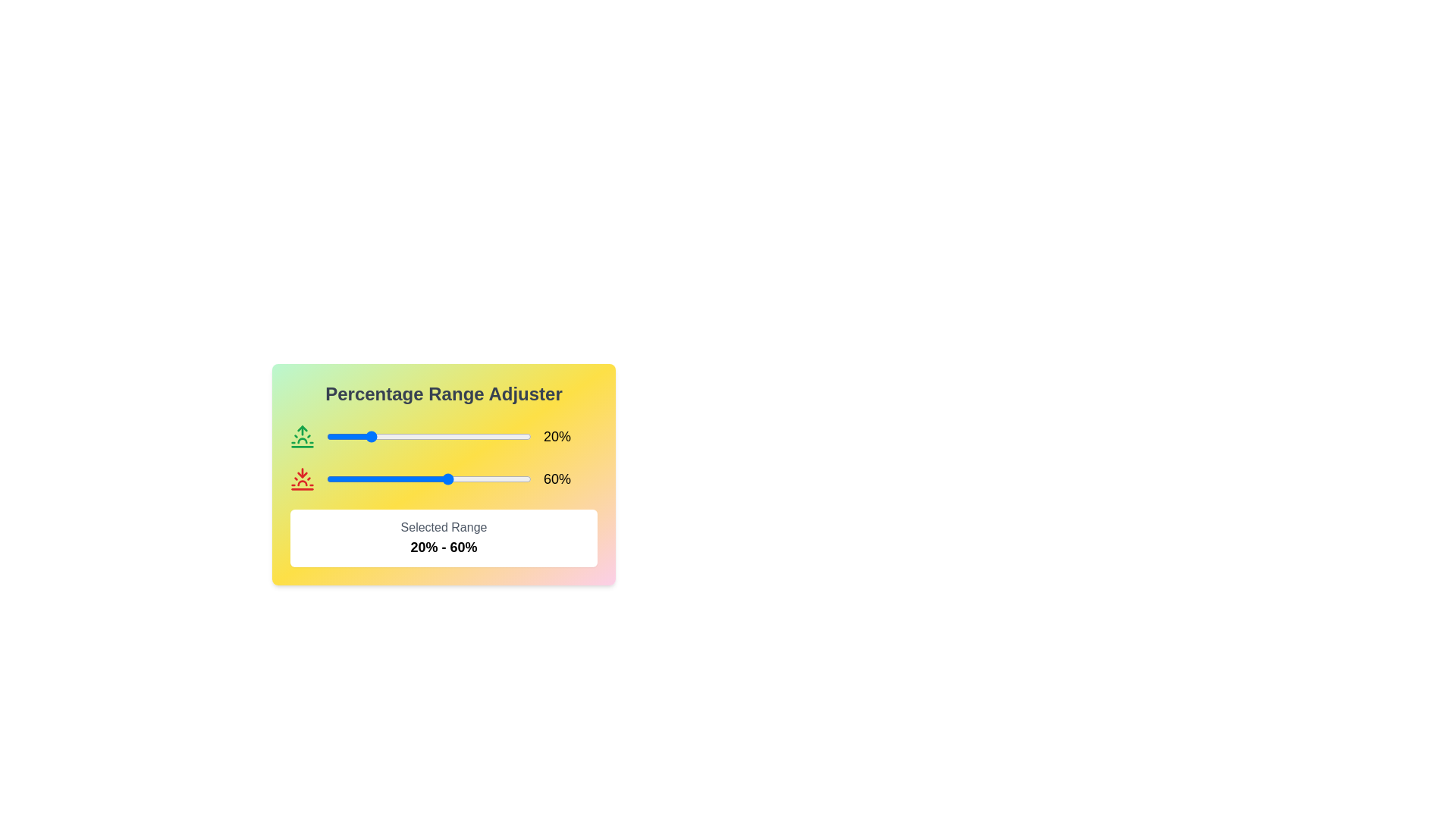 The height and width of the screenshot is (819, 1456). What do you see at coordinates (336, 436) in the screenshot?
I see `the slider` at bounding box center [336, 436].